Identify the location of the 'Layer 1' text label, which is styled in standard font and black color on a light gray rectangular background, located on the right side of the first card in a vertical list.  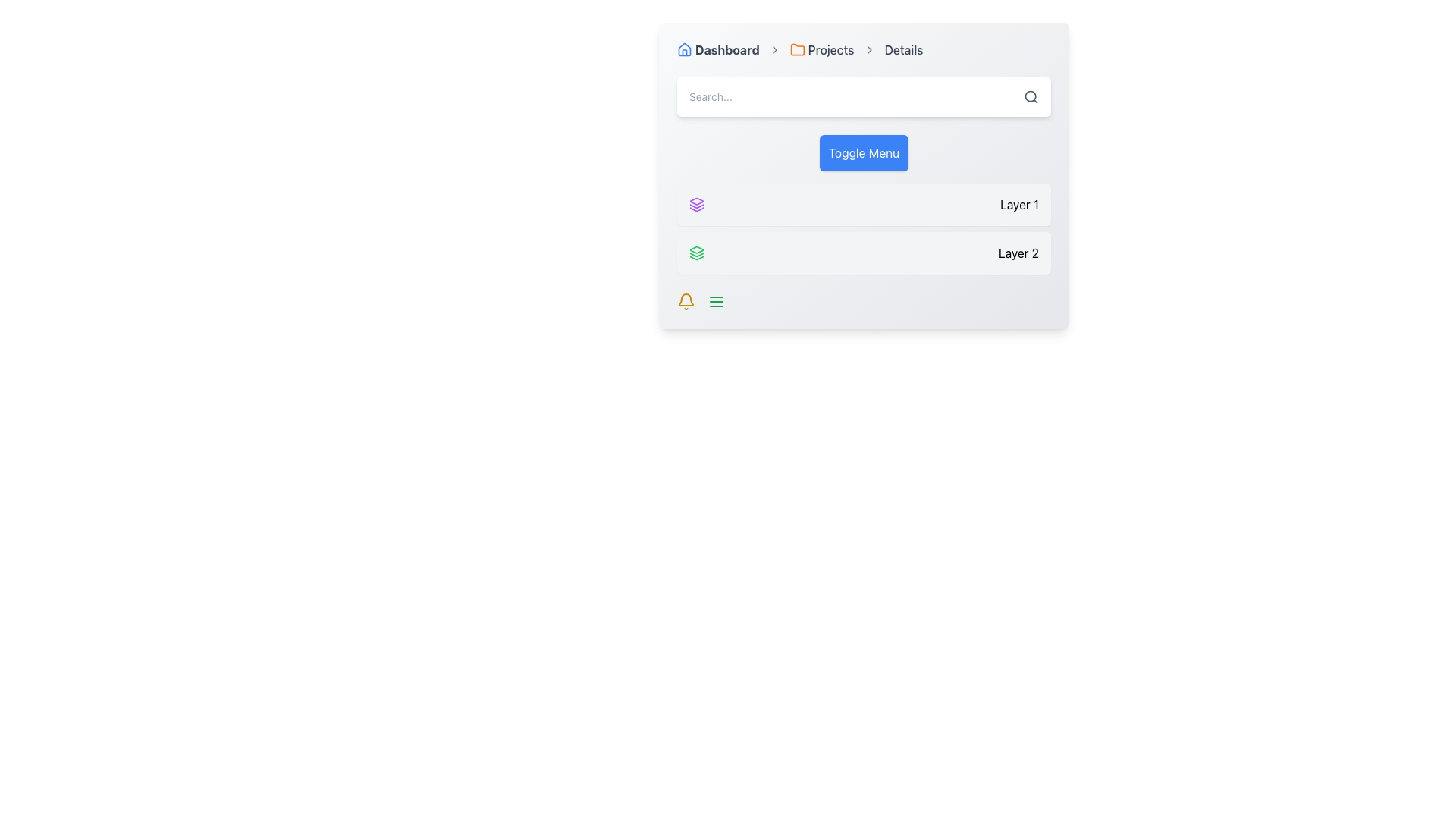
(1019, 205).